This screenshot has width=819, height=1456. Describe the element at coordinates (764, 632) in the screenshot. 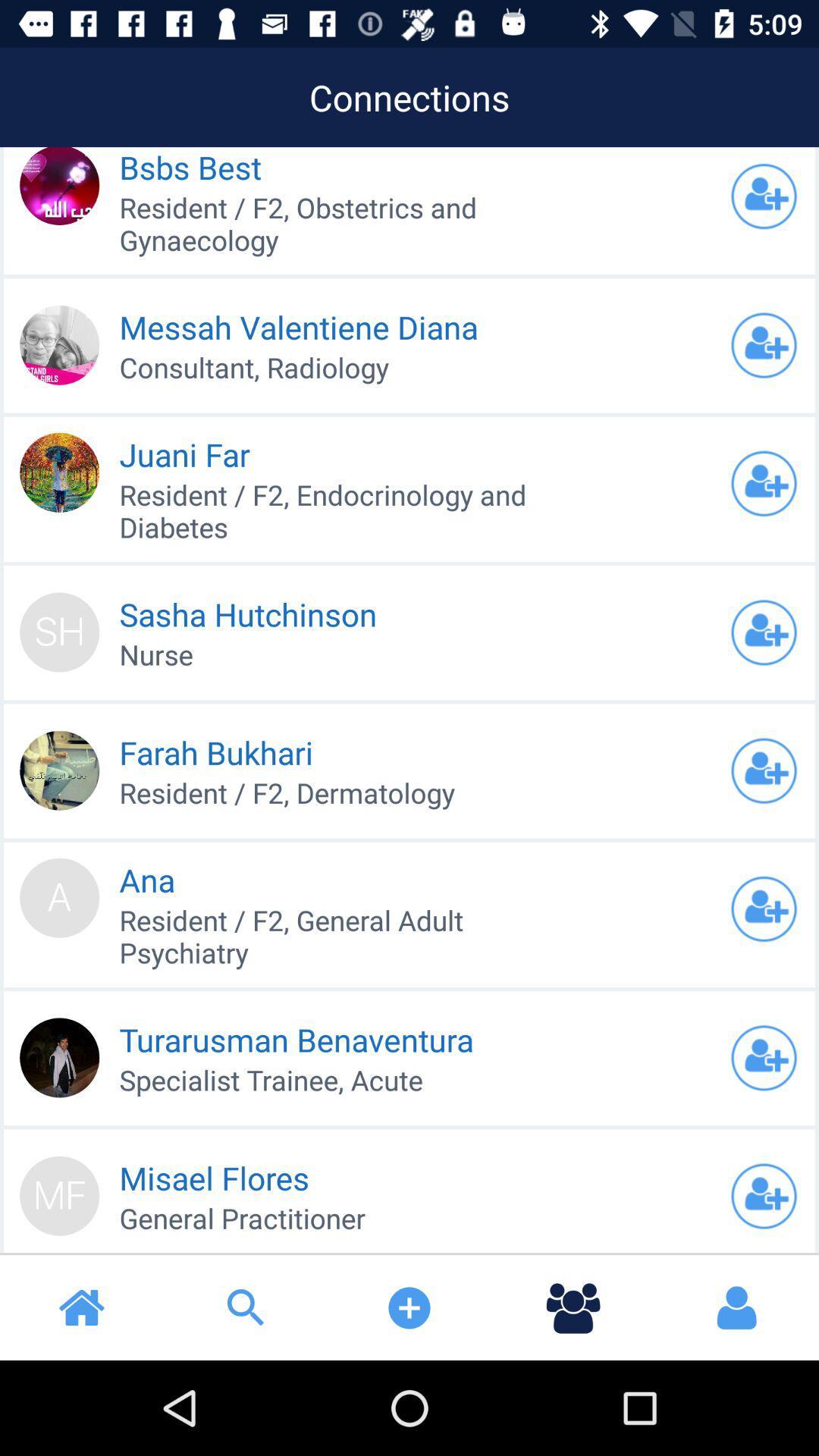

I see `etc` at that location.